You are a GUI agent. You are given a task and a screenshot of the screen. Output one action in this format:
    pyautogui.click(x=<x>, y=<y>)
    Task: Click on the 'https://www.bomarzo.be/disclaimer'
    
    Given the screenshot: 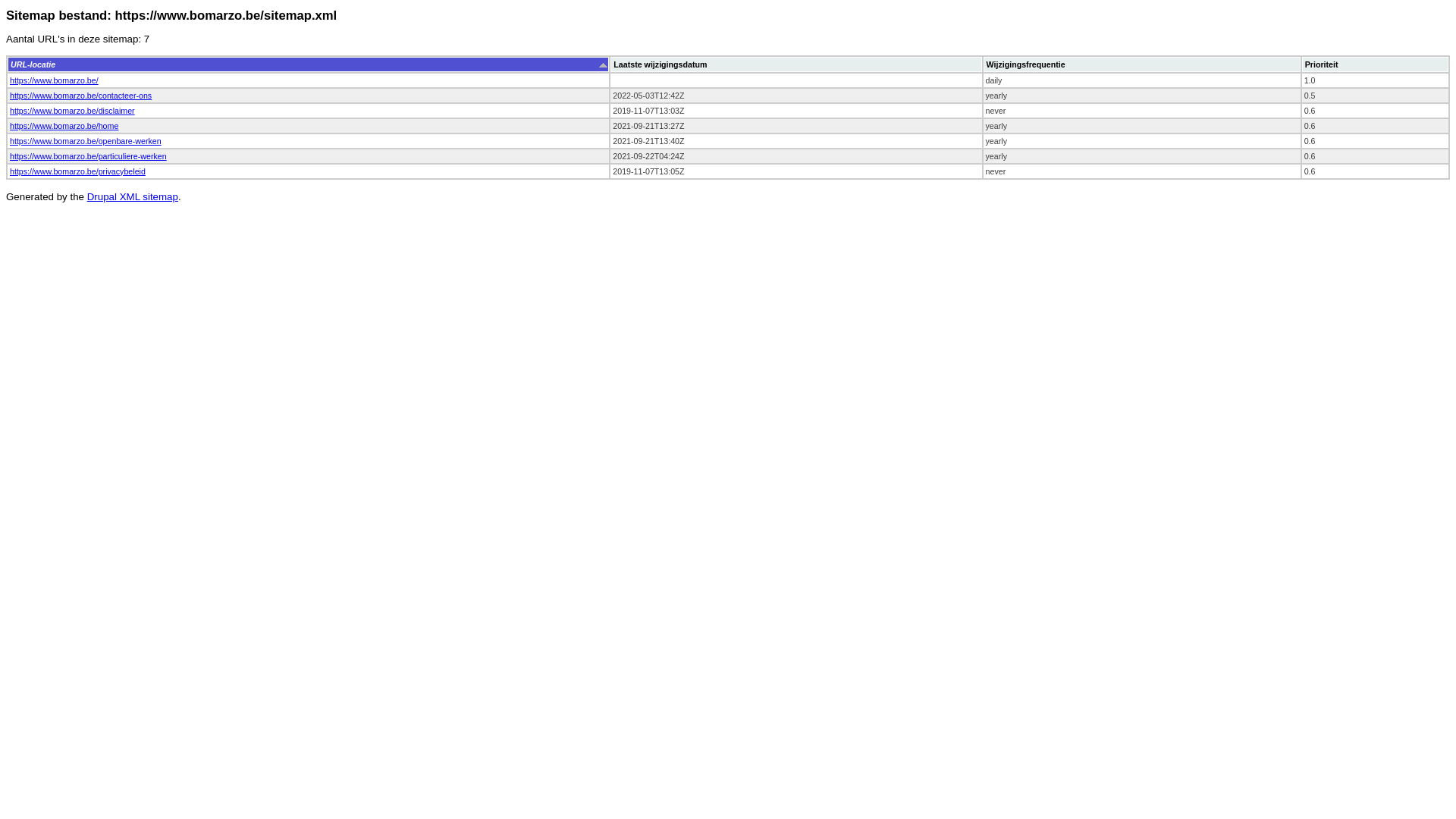 What is the action you would take?
    pyautogui.click(x=71, y=110)
    